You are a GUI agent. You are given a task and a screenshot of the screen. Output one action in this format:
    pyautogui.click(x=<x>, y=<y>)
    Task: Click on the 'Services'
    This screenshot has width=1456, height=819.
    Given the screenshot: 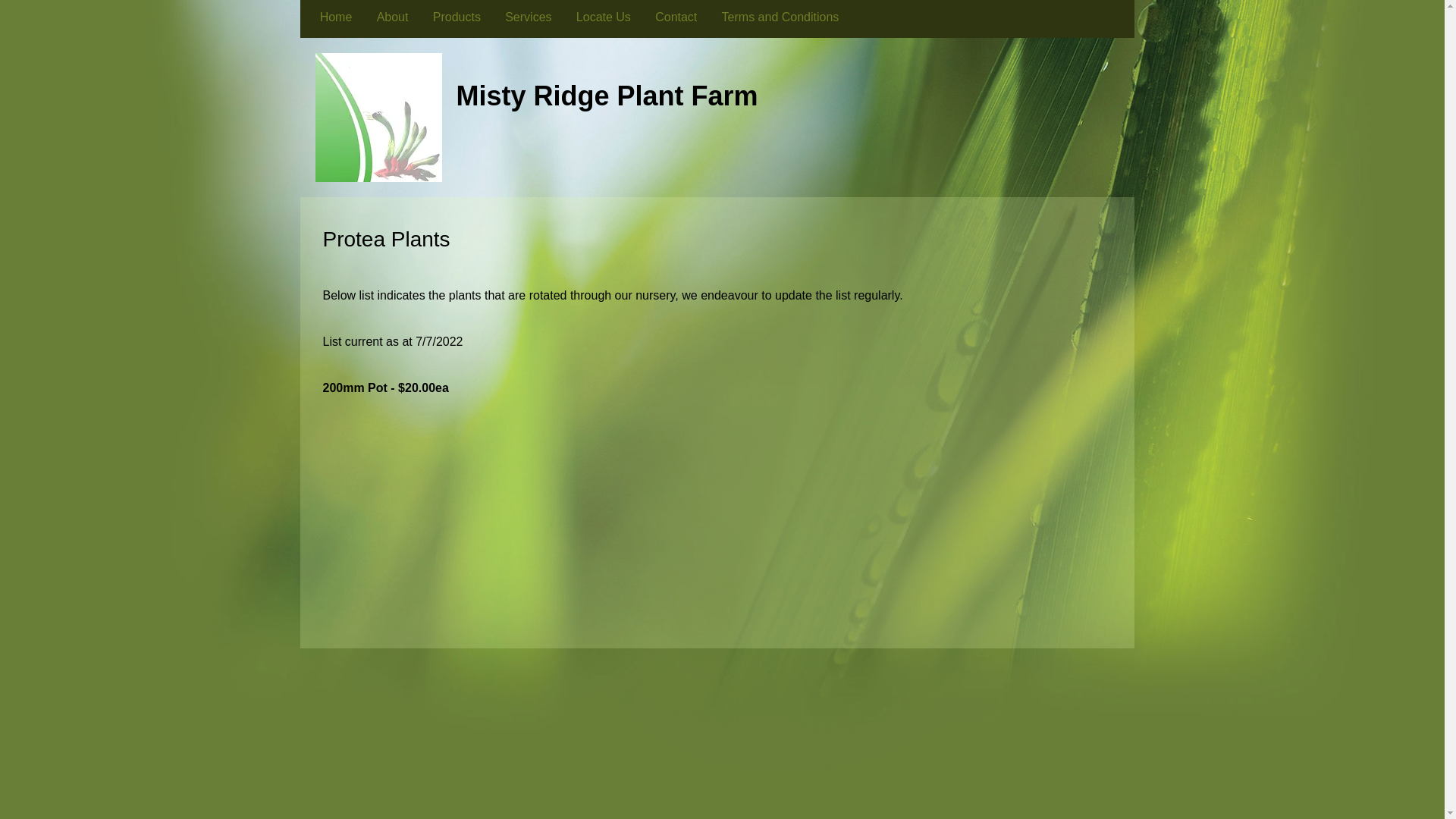 What is the action you would take?
    pyautogui.click(x=528, y=17)
    